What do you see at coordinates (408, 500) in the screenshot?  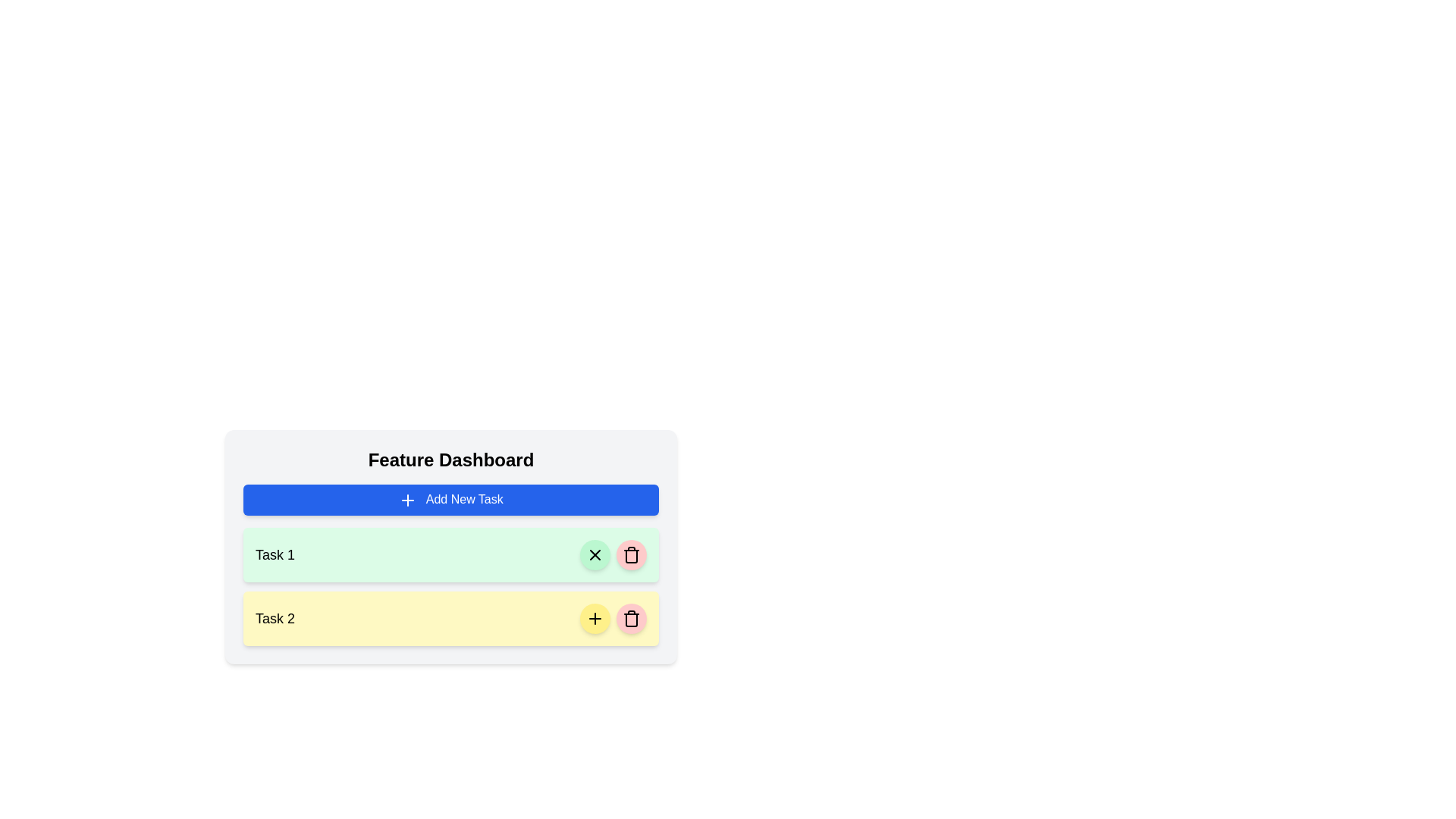 I see `the icon that visually represents the action of adding a new task, located to the left of the text label within the 'Add New Task' button on a blue background` at bounding box center [408, 500].